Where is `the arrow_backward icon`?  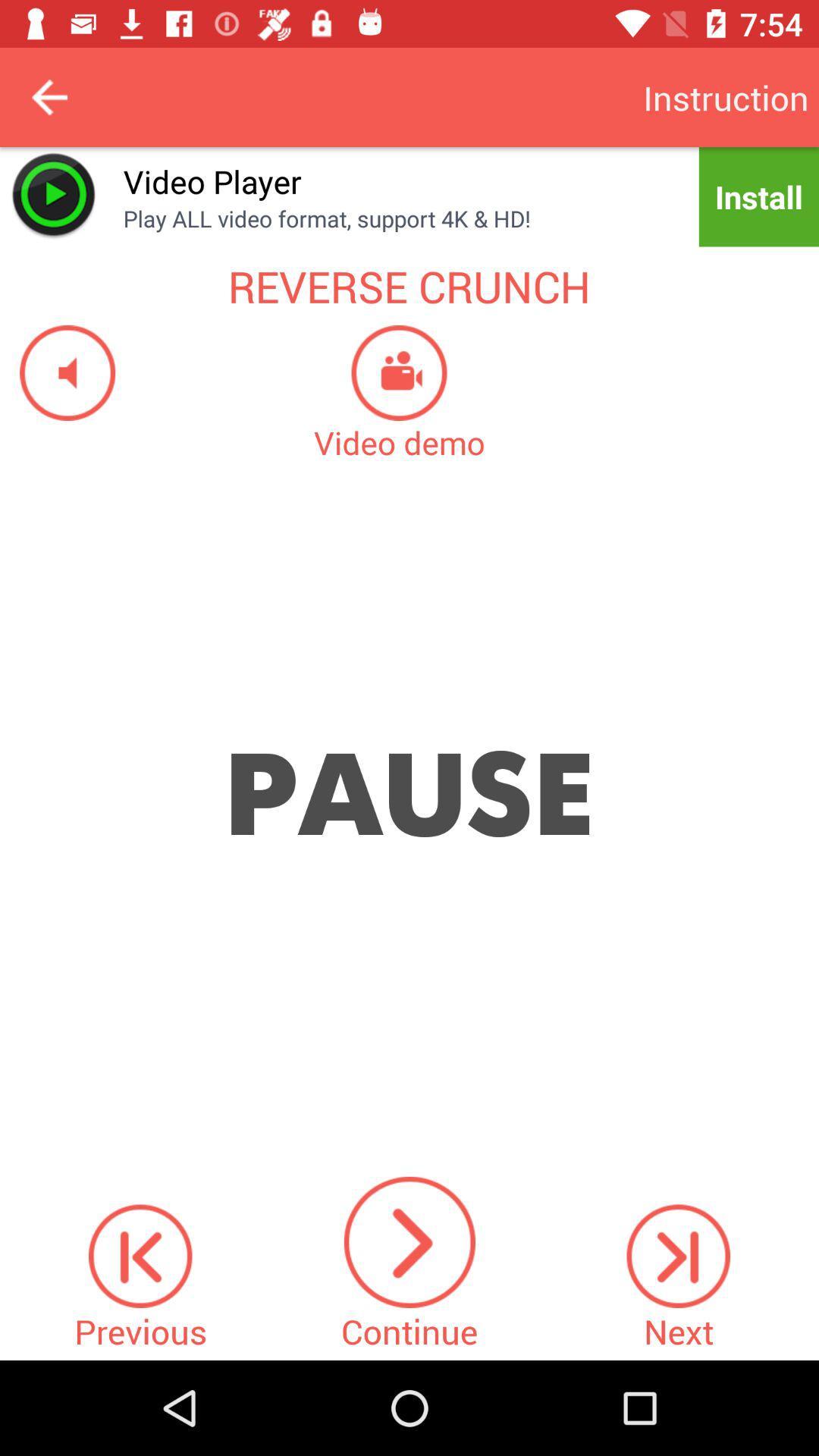
the arrow_backward icon is located at coordinates (49, 96).